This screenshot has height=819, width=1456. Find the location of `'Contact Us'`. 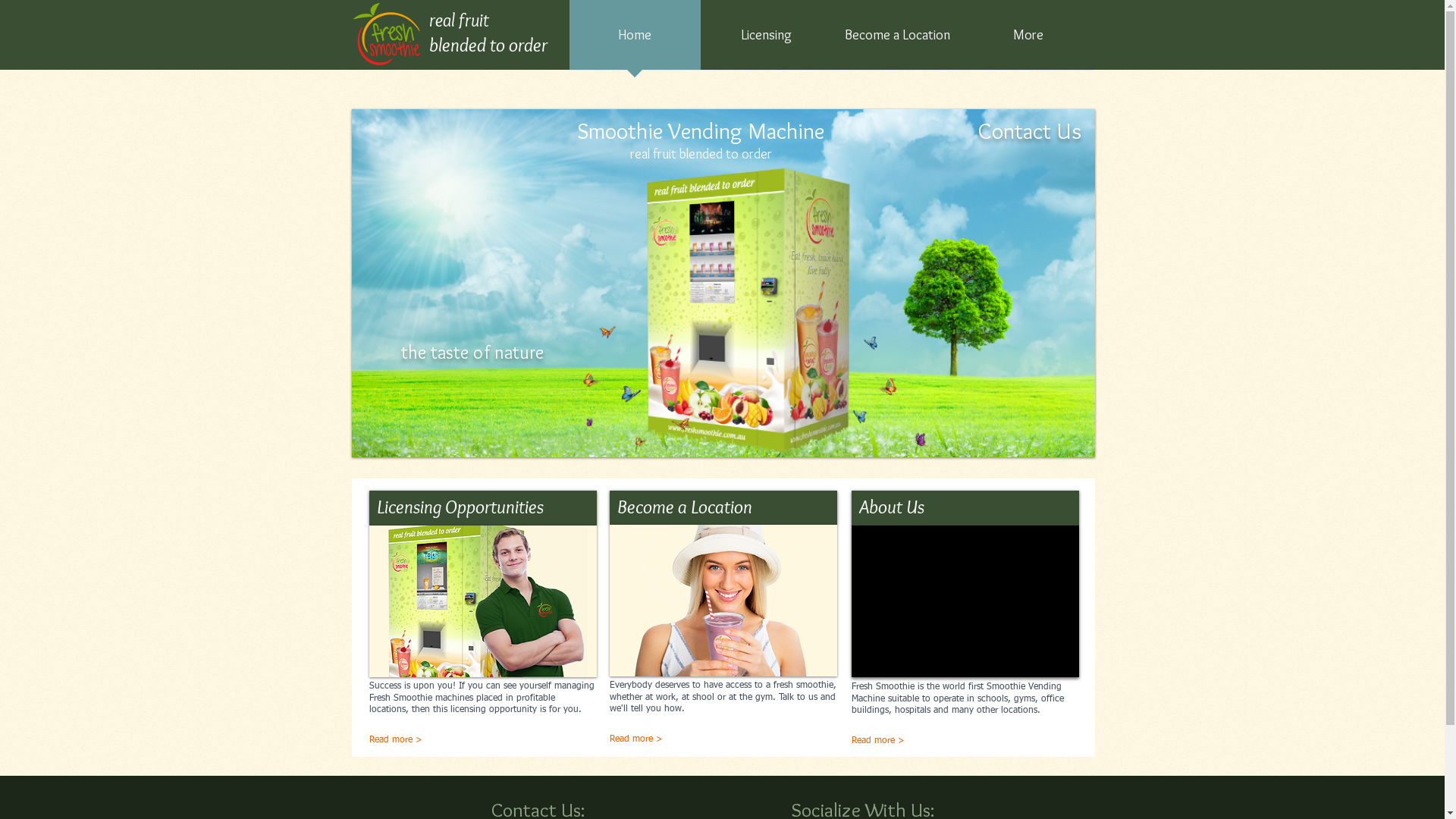

'Contact Us' is located at coordinates (1030, 130).